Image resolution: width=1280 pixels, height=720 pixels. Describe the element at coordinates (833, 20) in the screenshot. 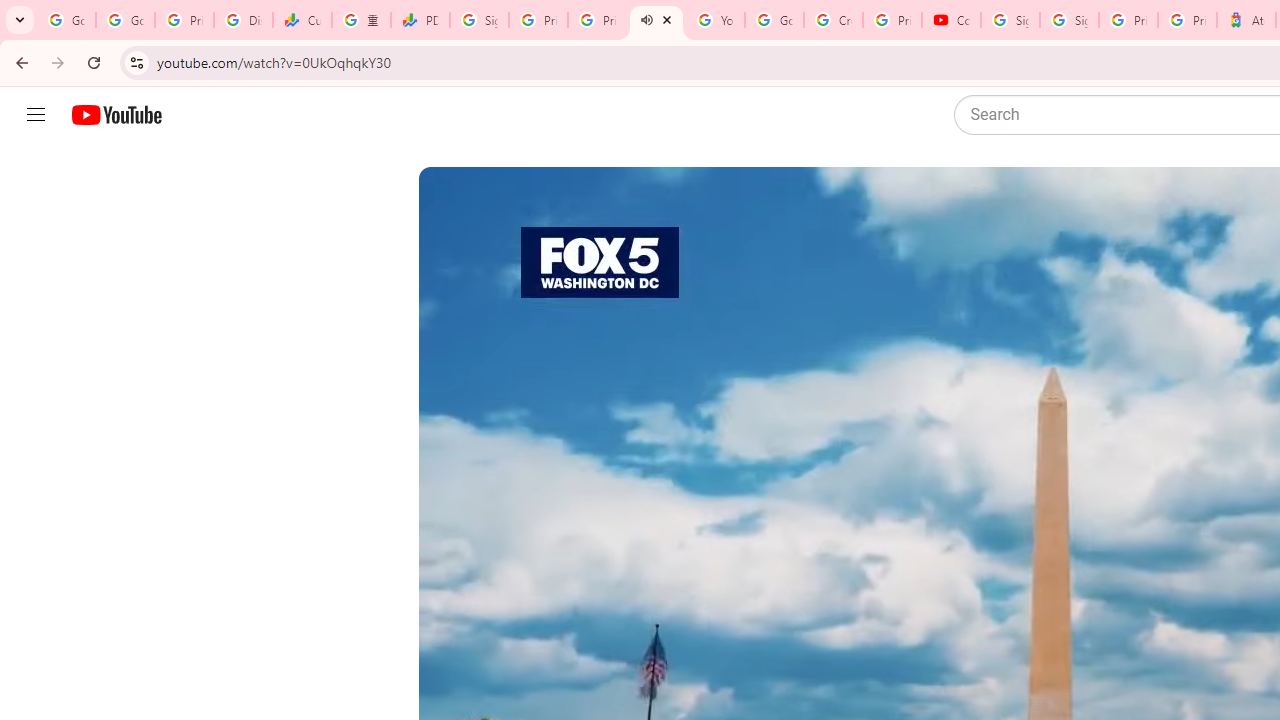

I see `'Create your Google Account'` at that location.